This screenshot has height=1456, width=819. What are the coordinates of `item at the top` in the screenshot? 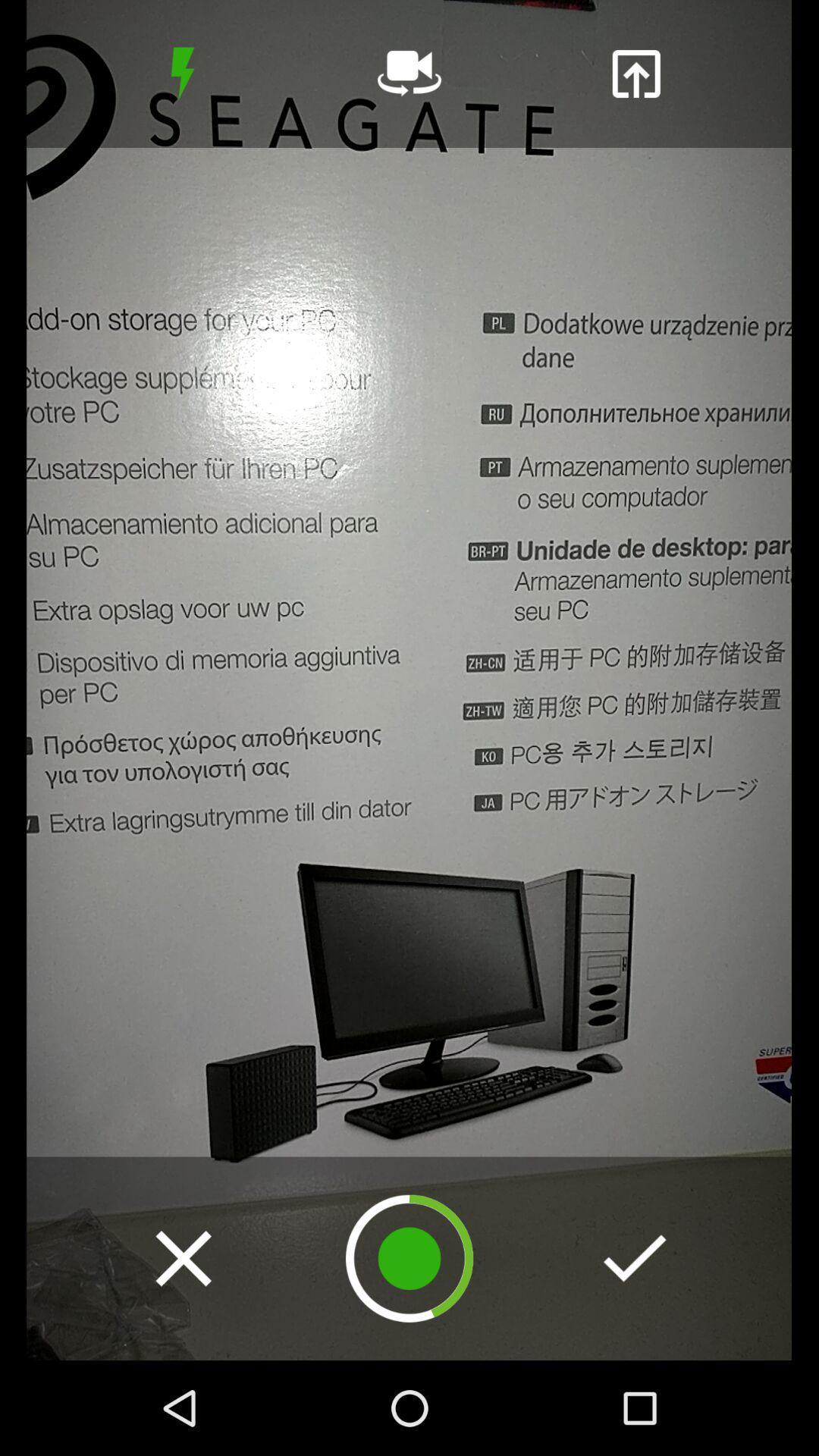 It's located at (409, 73).